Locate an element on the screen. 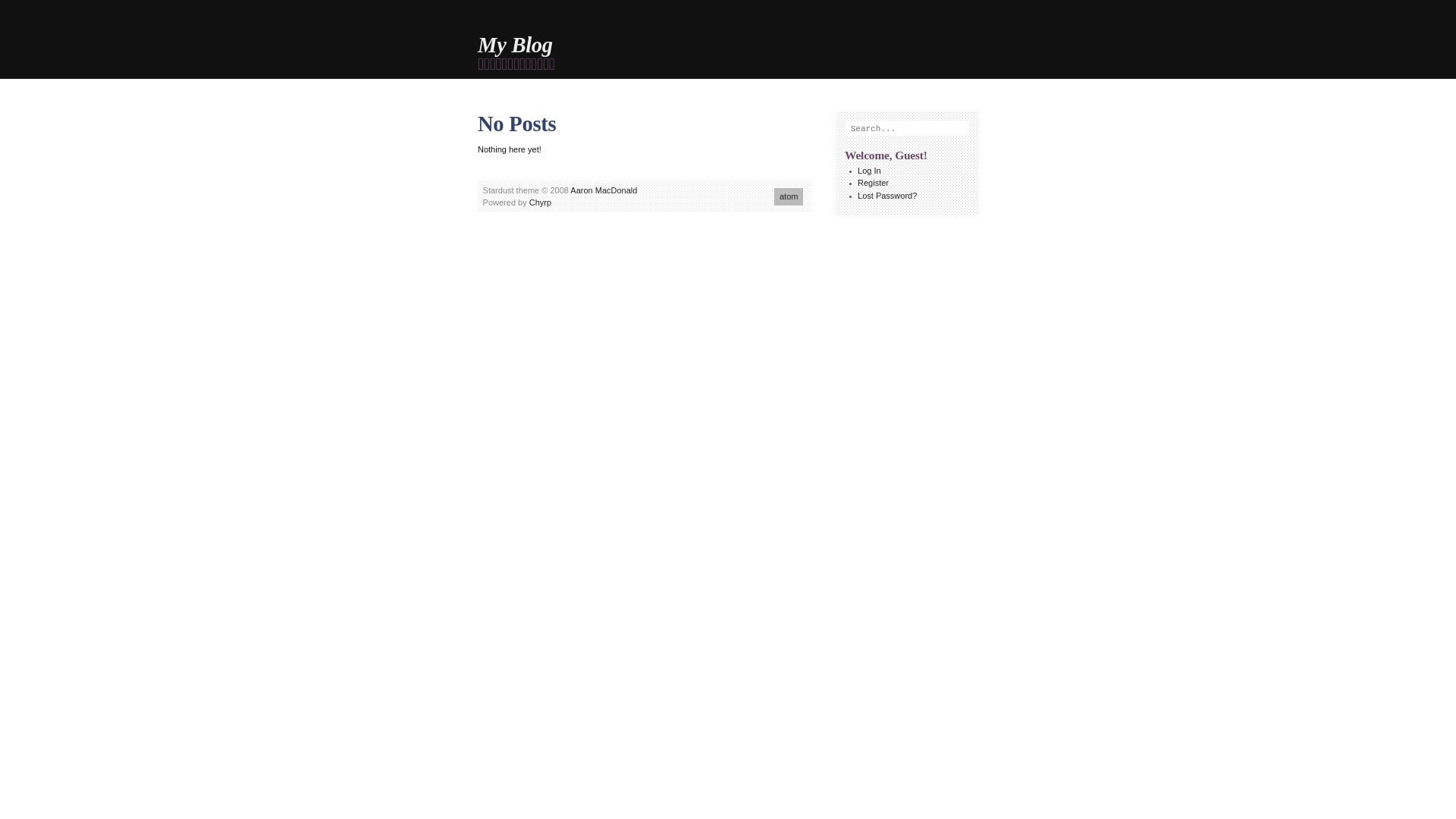  'My Blog' is located at coordinates (515, 44).